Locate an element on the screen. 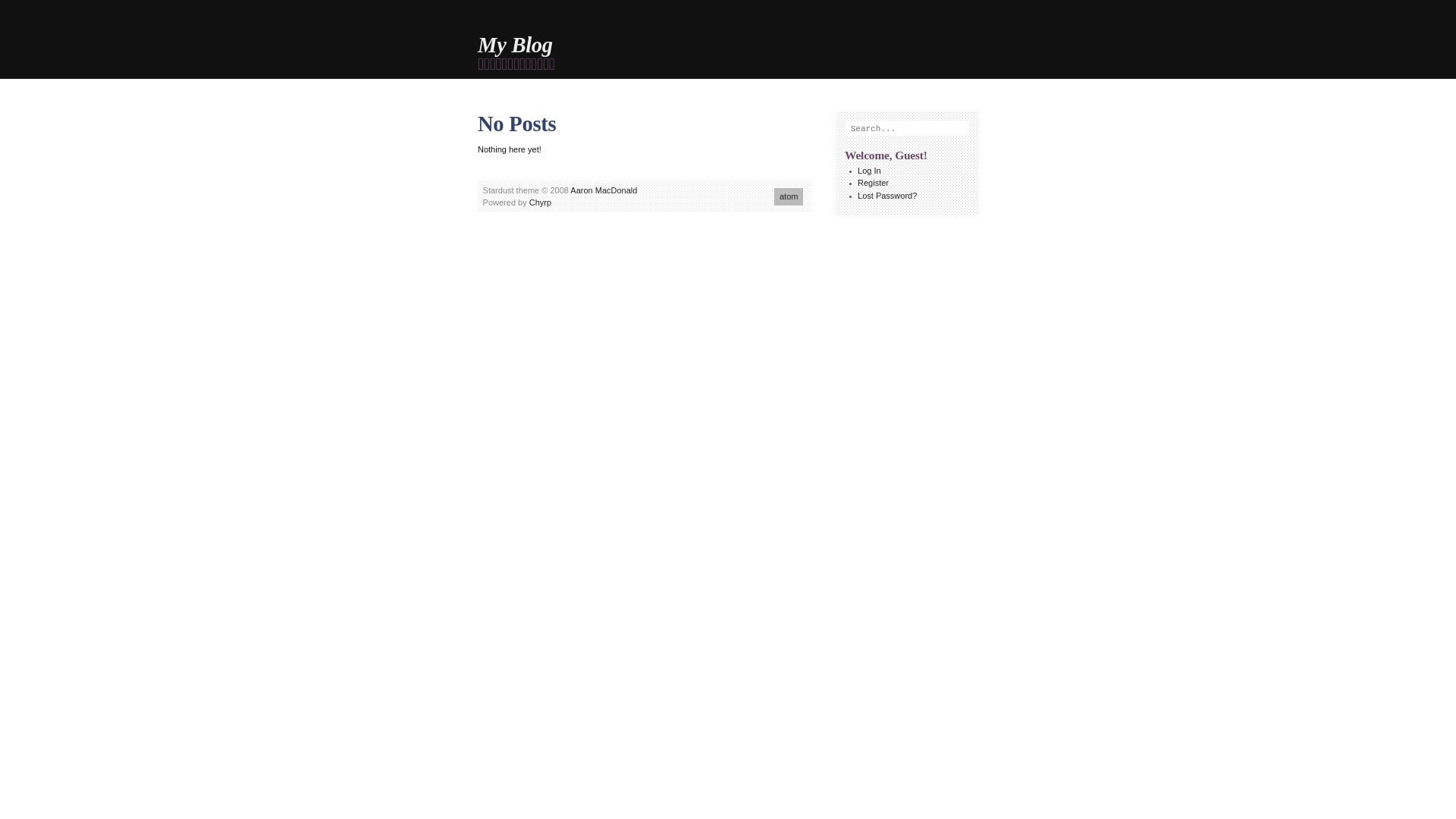  'My Blog' is located at coordinates (515, 44).